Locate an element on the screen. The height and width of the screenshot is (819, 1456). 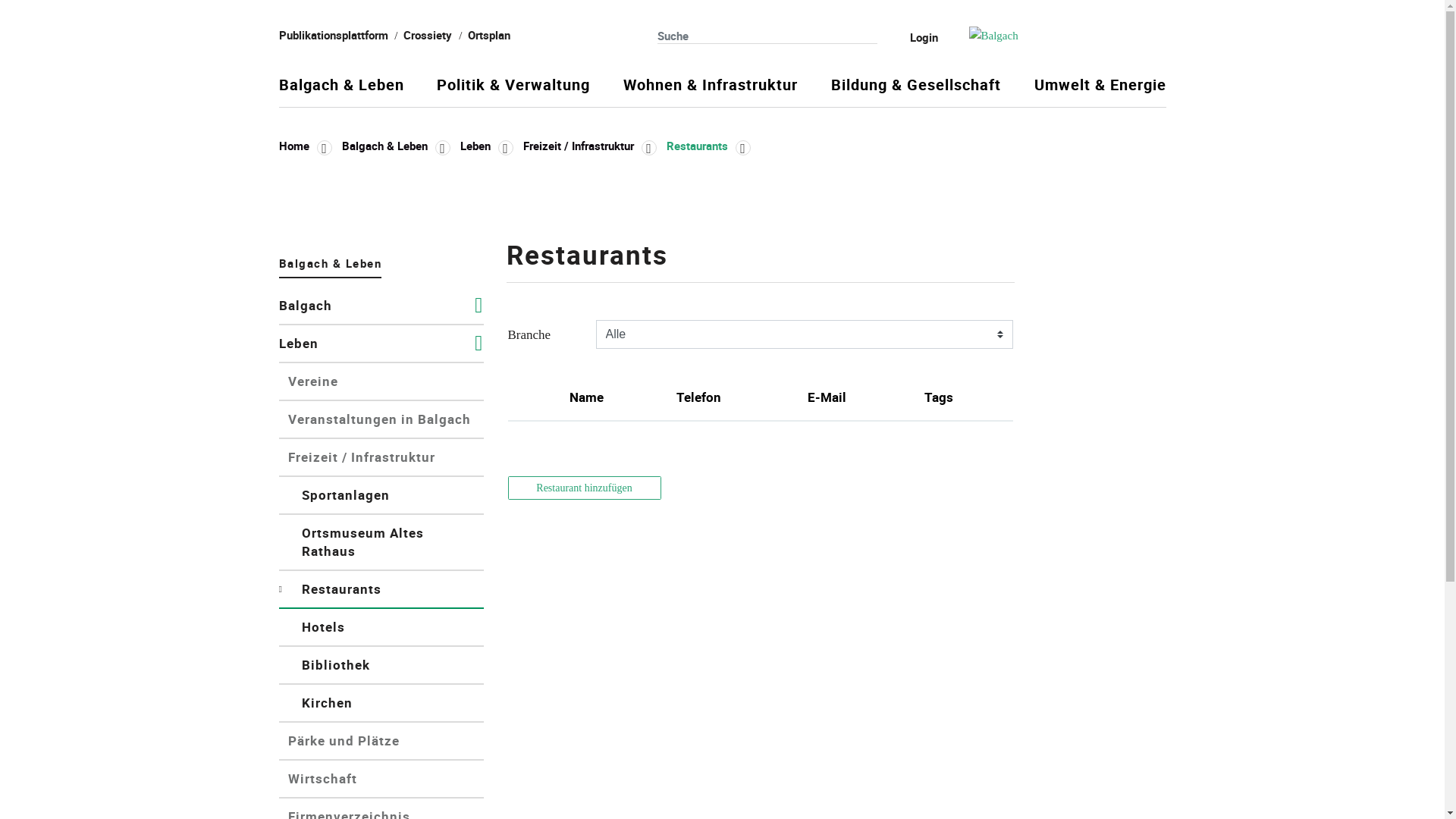
'Ortsplan' is located at coordinates (467, 34).